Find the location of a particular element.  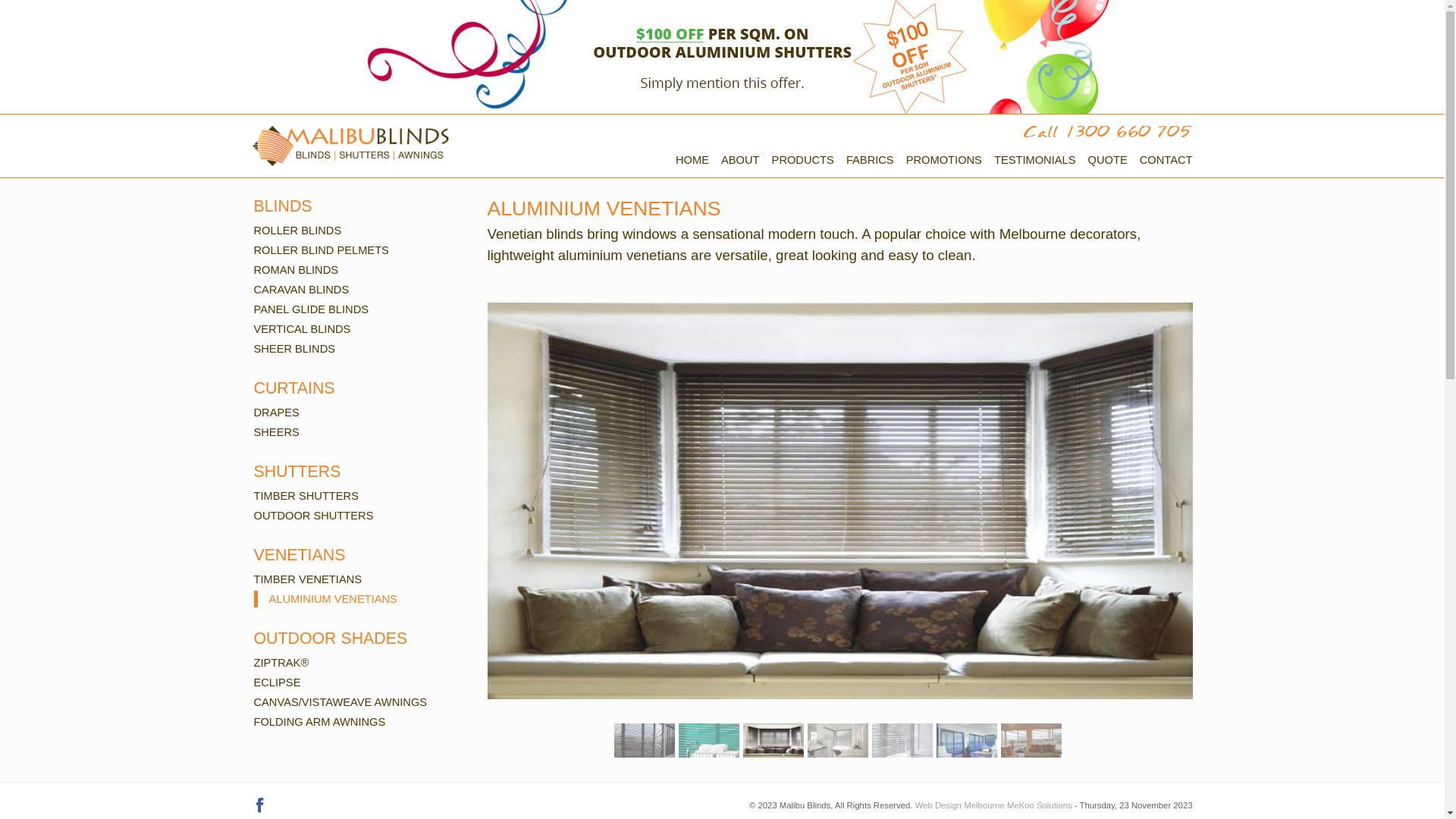

'Malibu Blinds on Facebook' is located at coordinates (259, 804).